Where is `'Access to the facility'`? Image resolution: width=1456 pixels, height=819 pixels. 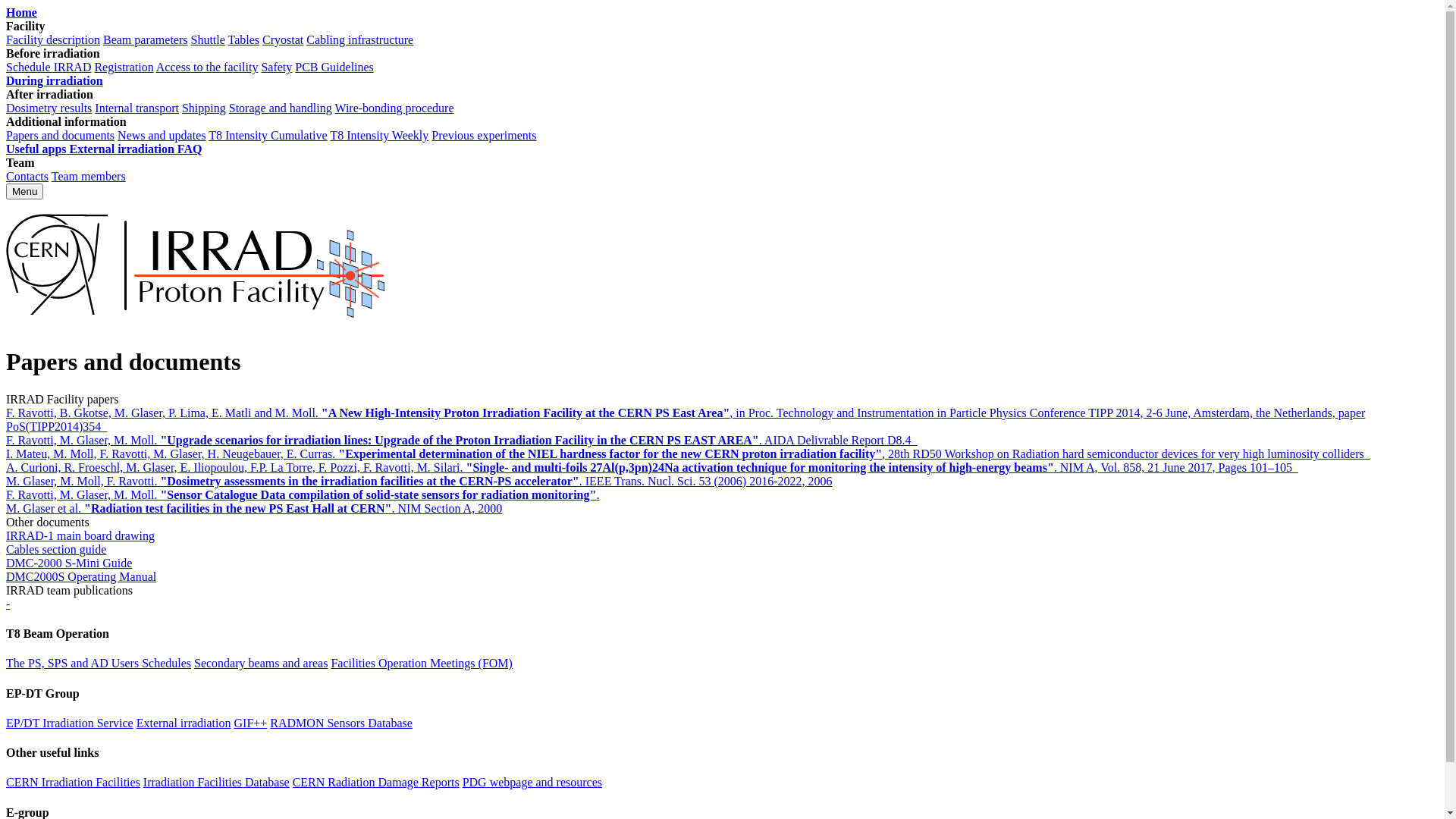
'Access to the facility' is located at coordinates (156, 66).